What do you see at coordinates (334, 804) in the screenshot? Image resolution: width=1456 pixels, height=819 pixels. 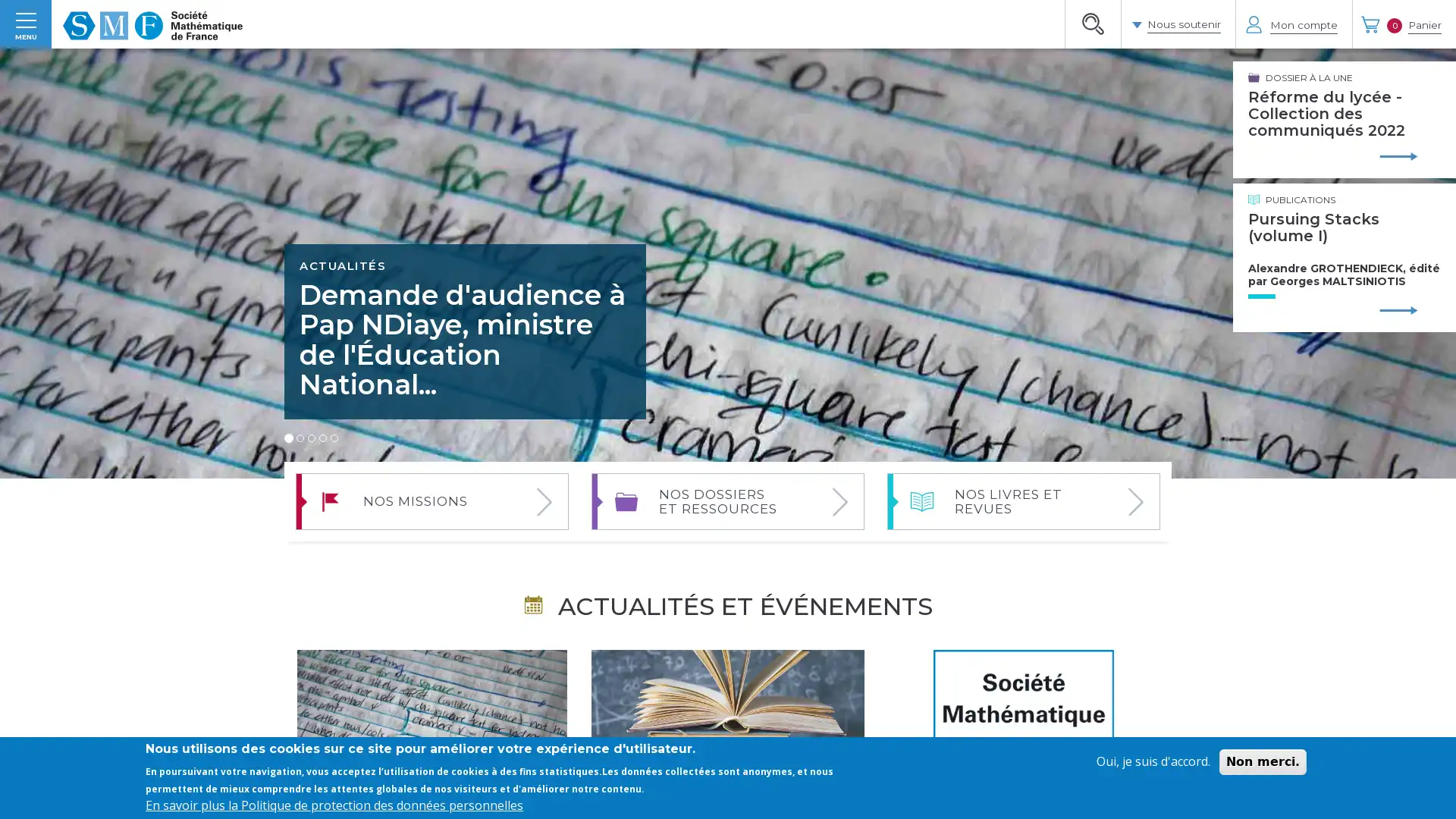 I see `En savoir plus la Politique de protection des donnees personnelles` at bounding box center [334, 804].